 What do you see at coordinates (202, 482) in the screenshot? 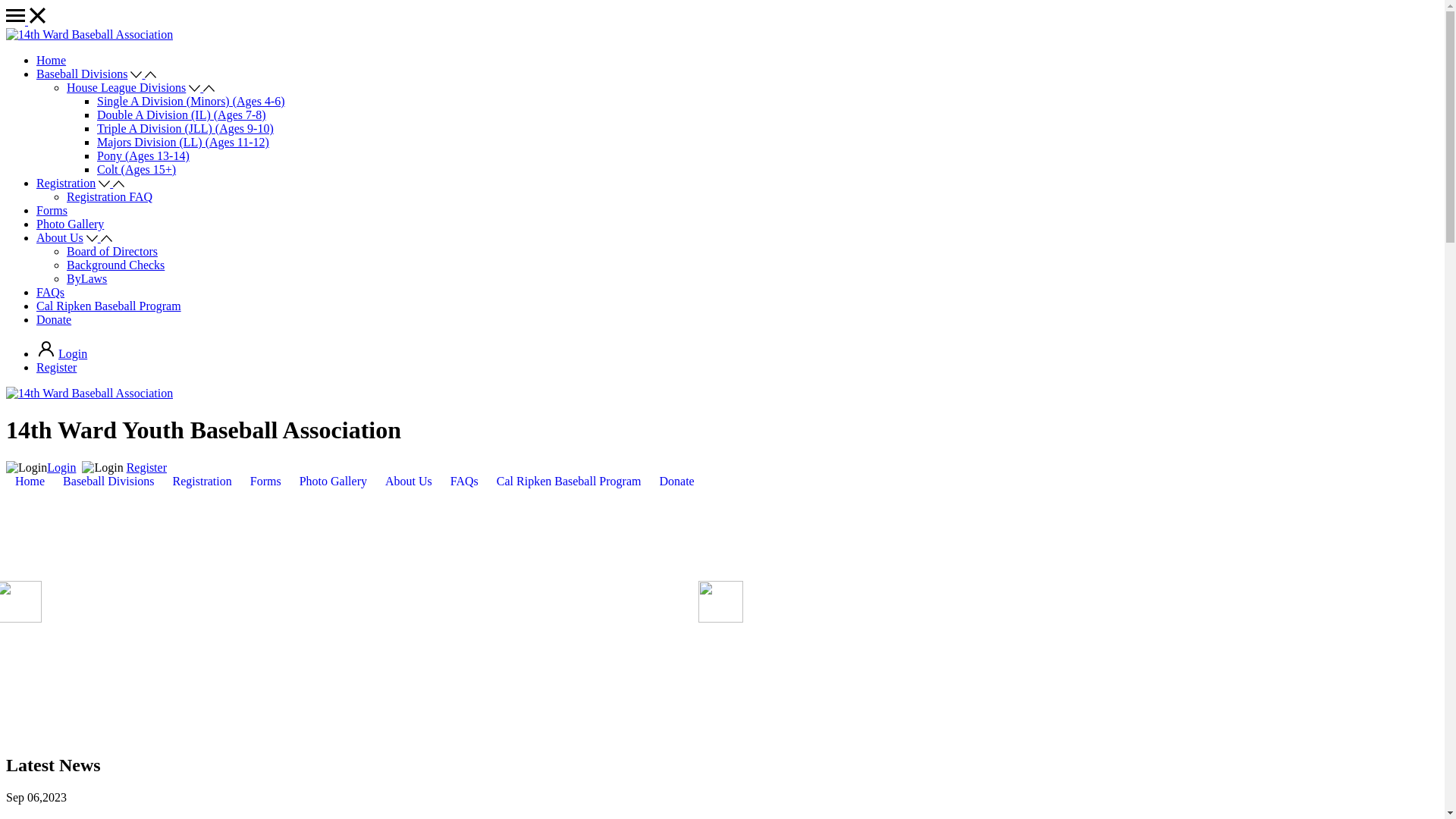
I see `'Registration'` at bounding box center [202, 482].